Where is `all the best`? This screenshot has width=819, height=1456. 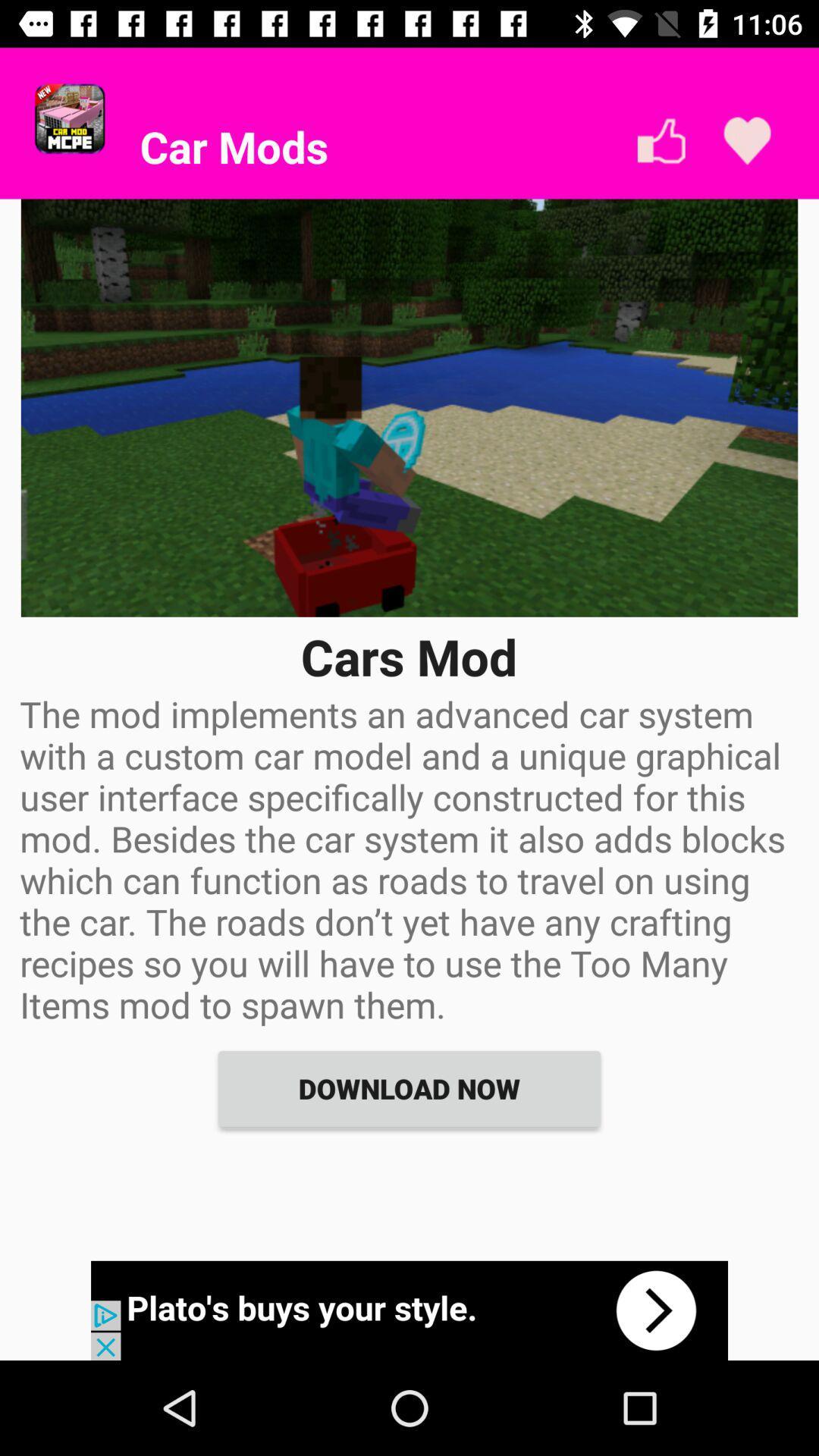 all the best is located at coordinates (661, 141).